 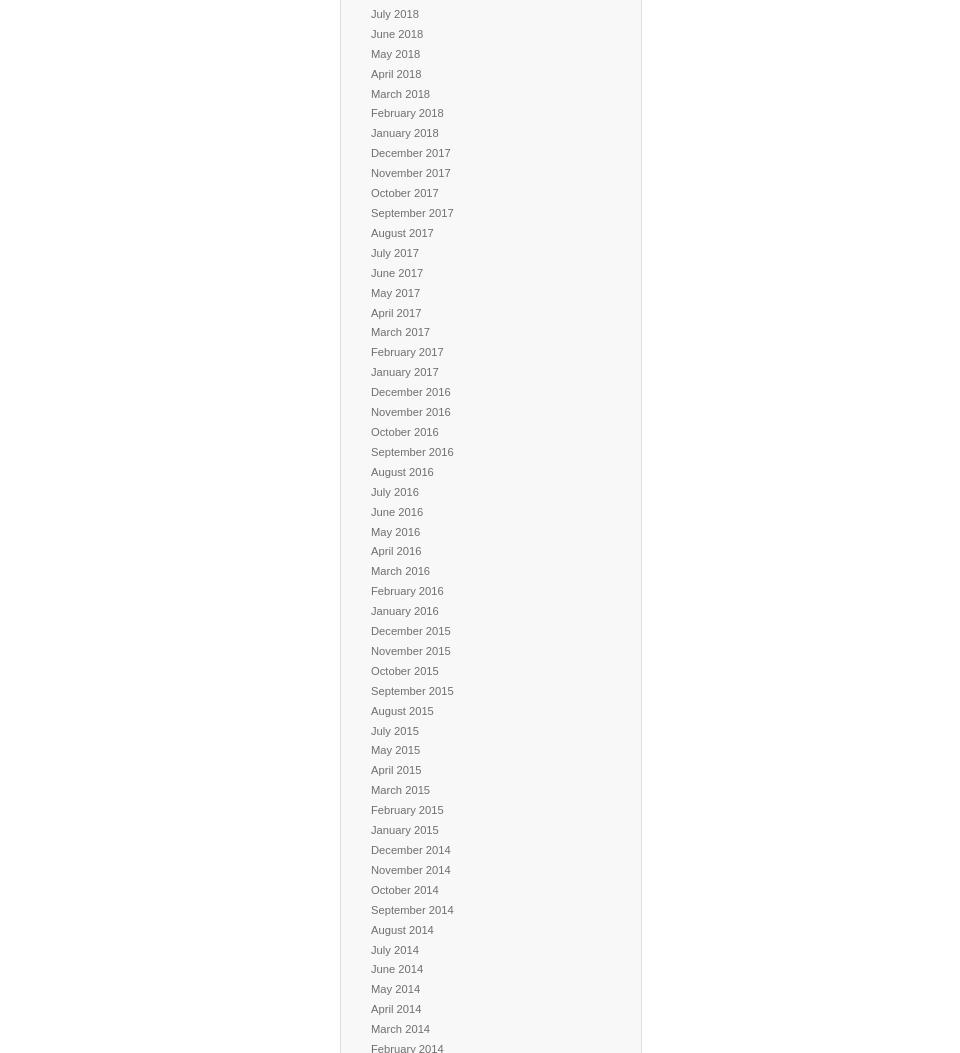 I want to click on 'May 2014', so click(x=370, y=988).